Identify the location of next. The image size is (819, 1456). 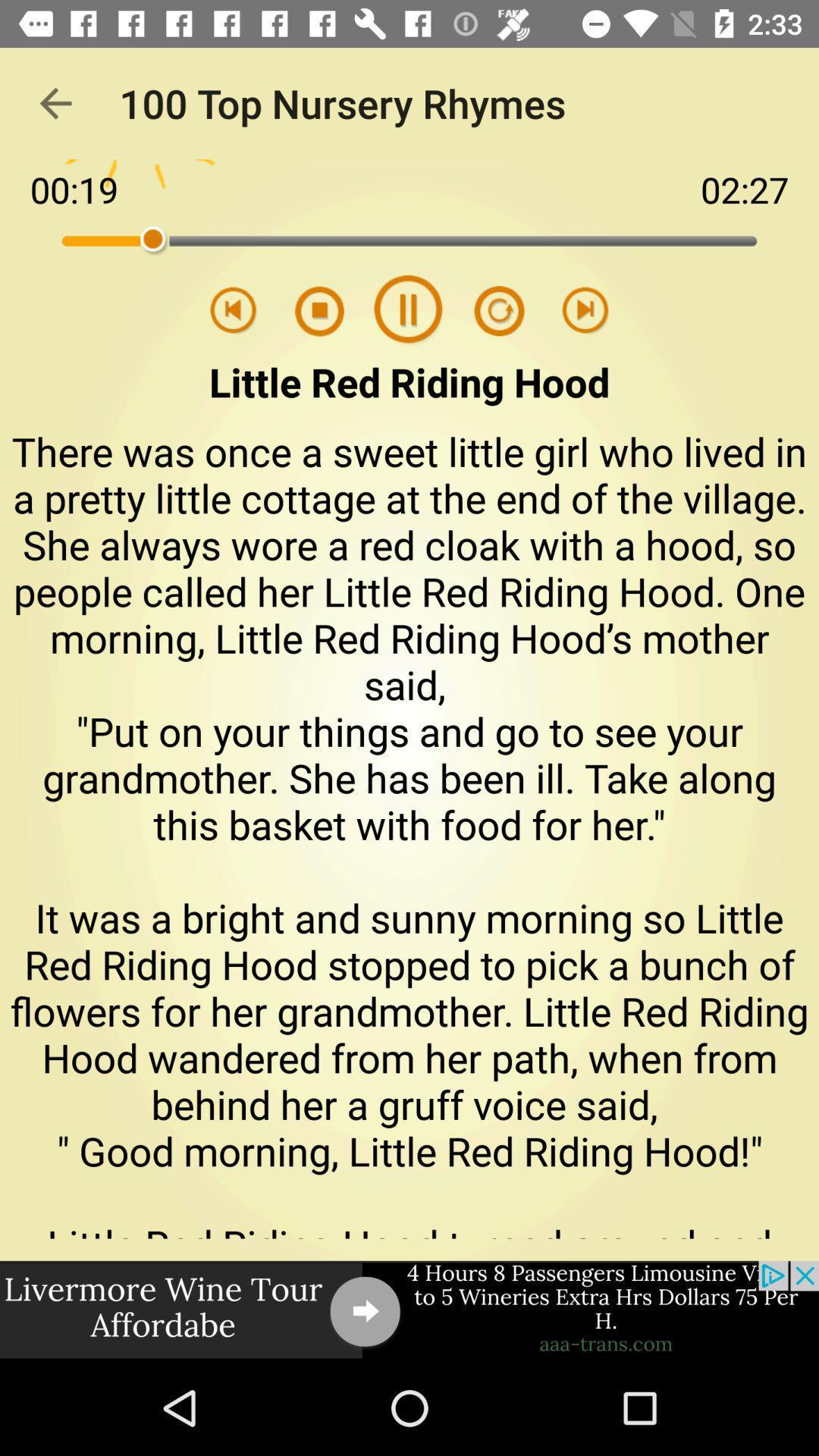
(585, 310).